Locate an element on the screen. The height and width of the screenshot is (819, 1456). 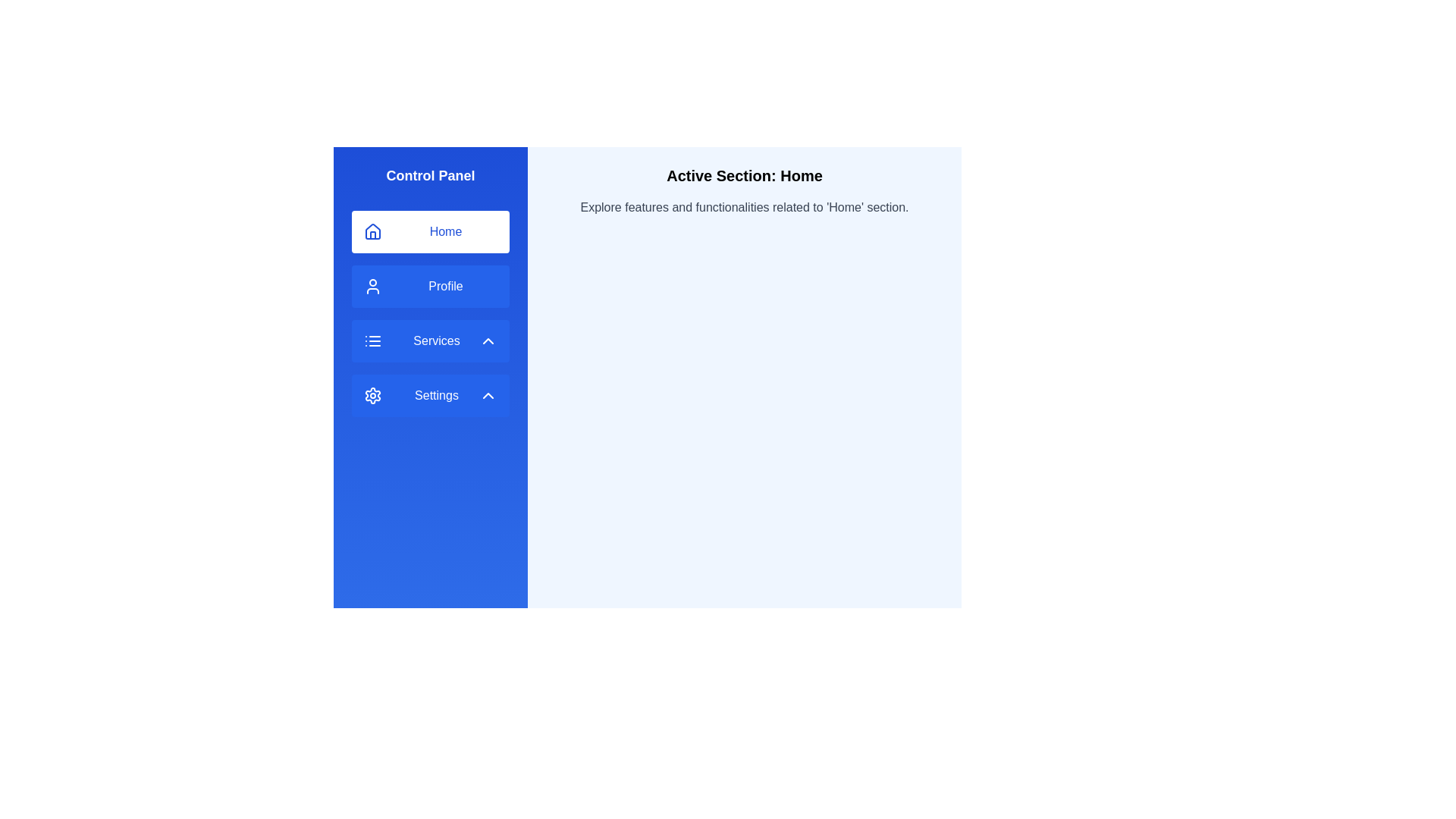
the Text Label that reads 'Explore features and functionalities related to 'Home' section.' positioned below the heading 'Active Section: Home.' is located at coordinates (745, 207).